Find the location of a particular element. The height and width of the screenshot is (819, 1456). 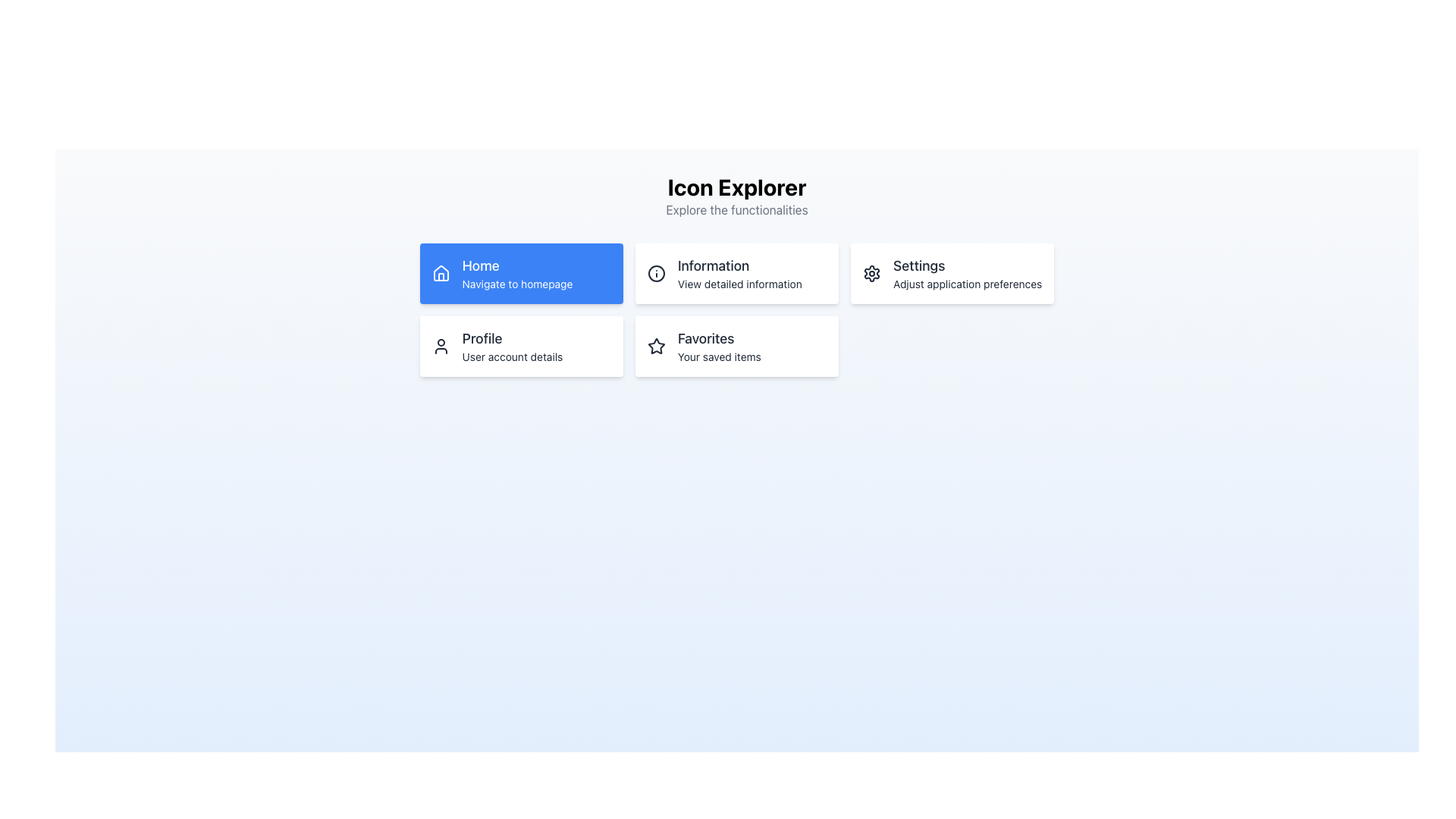

the descriptive Text Label located beneath the 'Profile' title in the left section of the interface is located at coordinates (513, 356).